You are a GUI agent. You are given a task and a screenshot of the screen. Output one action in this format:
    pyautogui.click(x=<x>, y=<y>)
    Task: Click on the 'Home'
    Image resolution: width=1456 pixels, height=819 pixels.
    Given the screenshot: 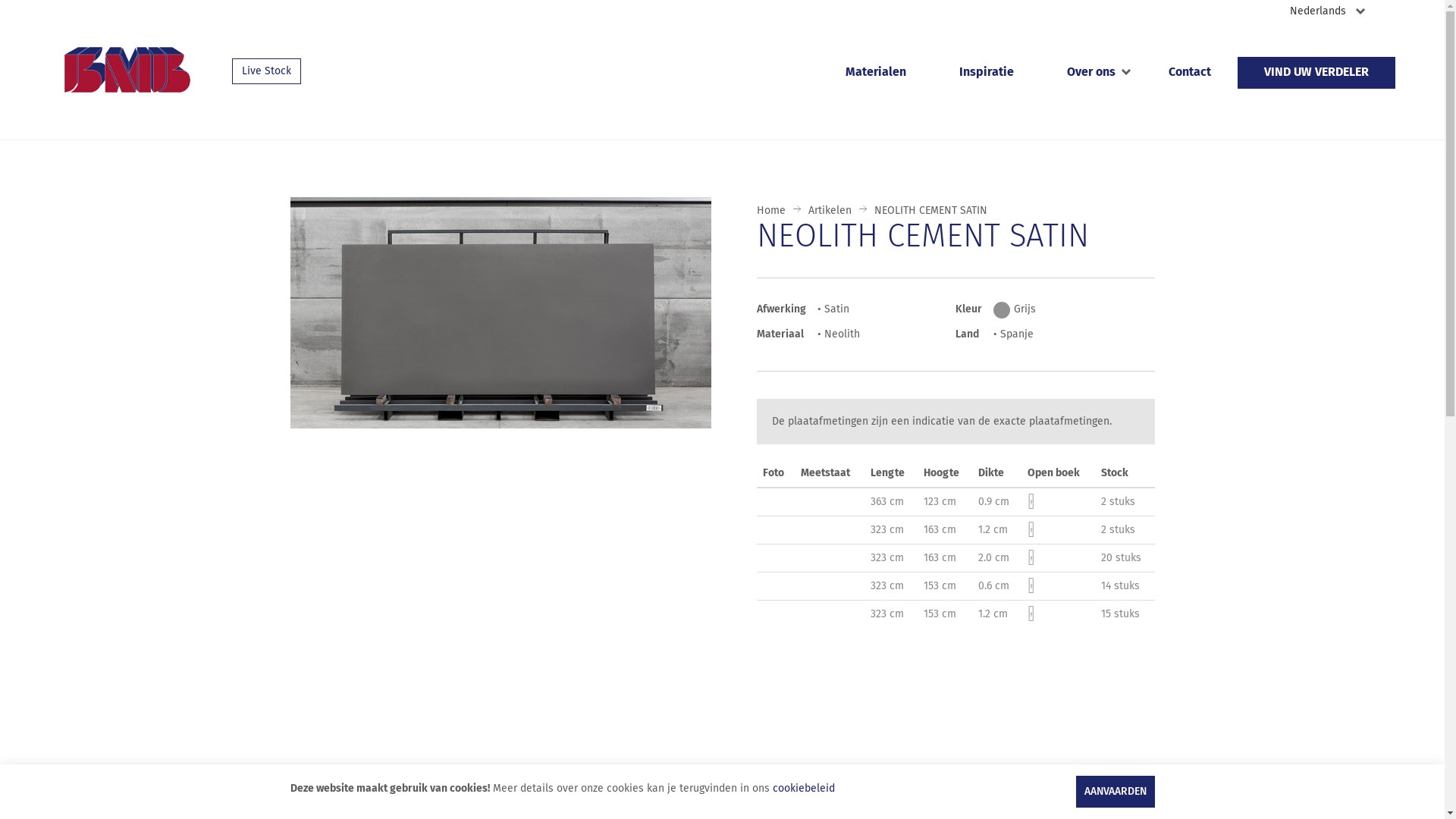 What is the action you would take?
    pyautogui.click(x=771, y=210)
    